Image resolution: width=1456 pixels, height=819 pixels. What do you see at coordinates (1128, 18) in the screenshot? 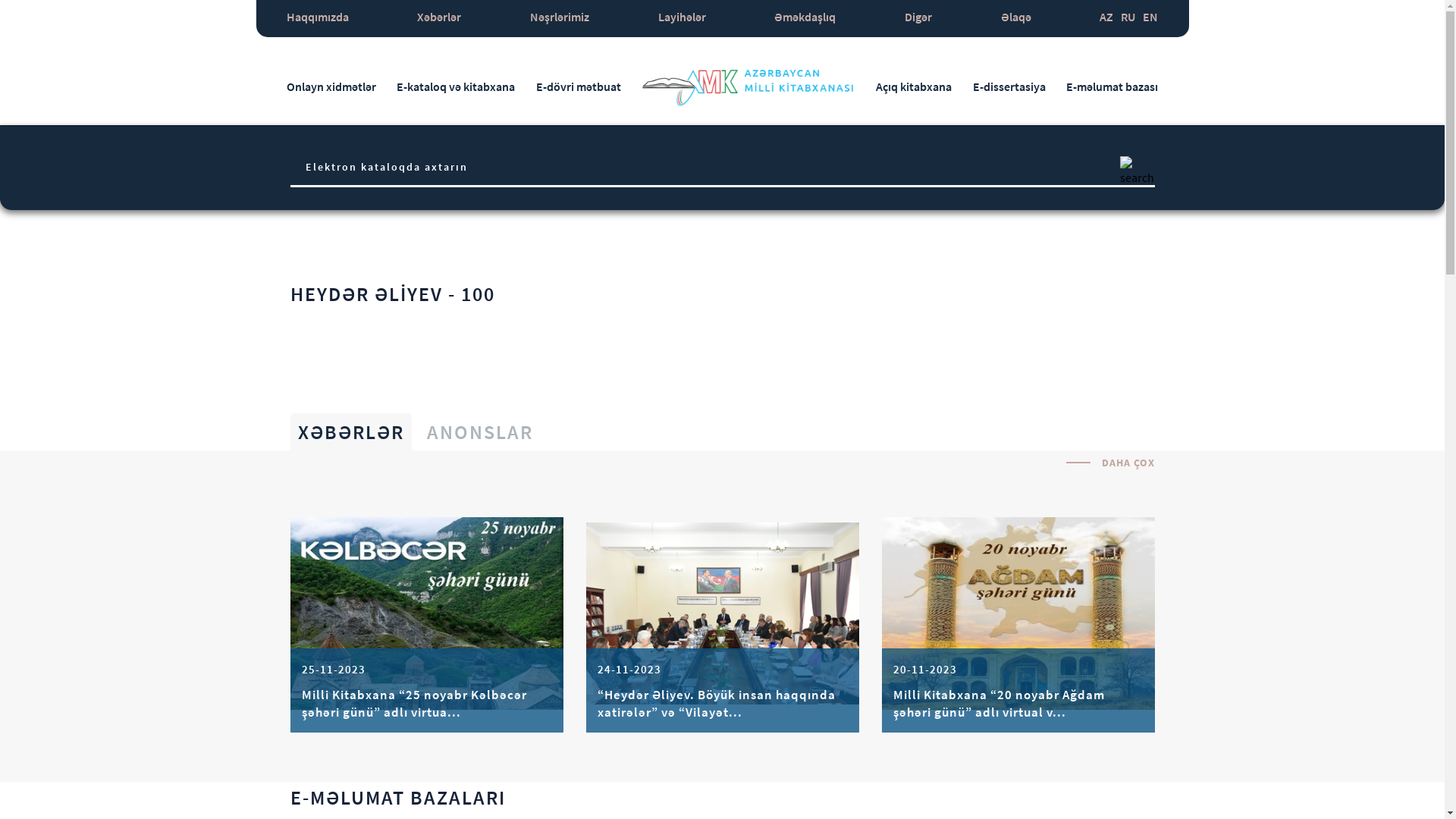
I see `'RU'` at bounding box center [1128, 18].